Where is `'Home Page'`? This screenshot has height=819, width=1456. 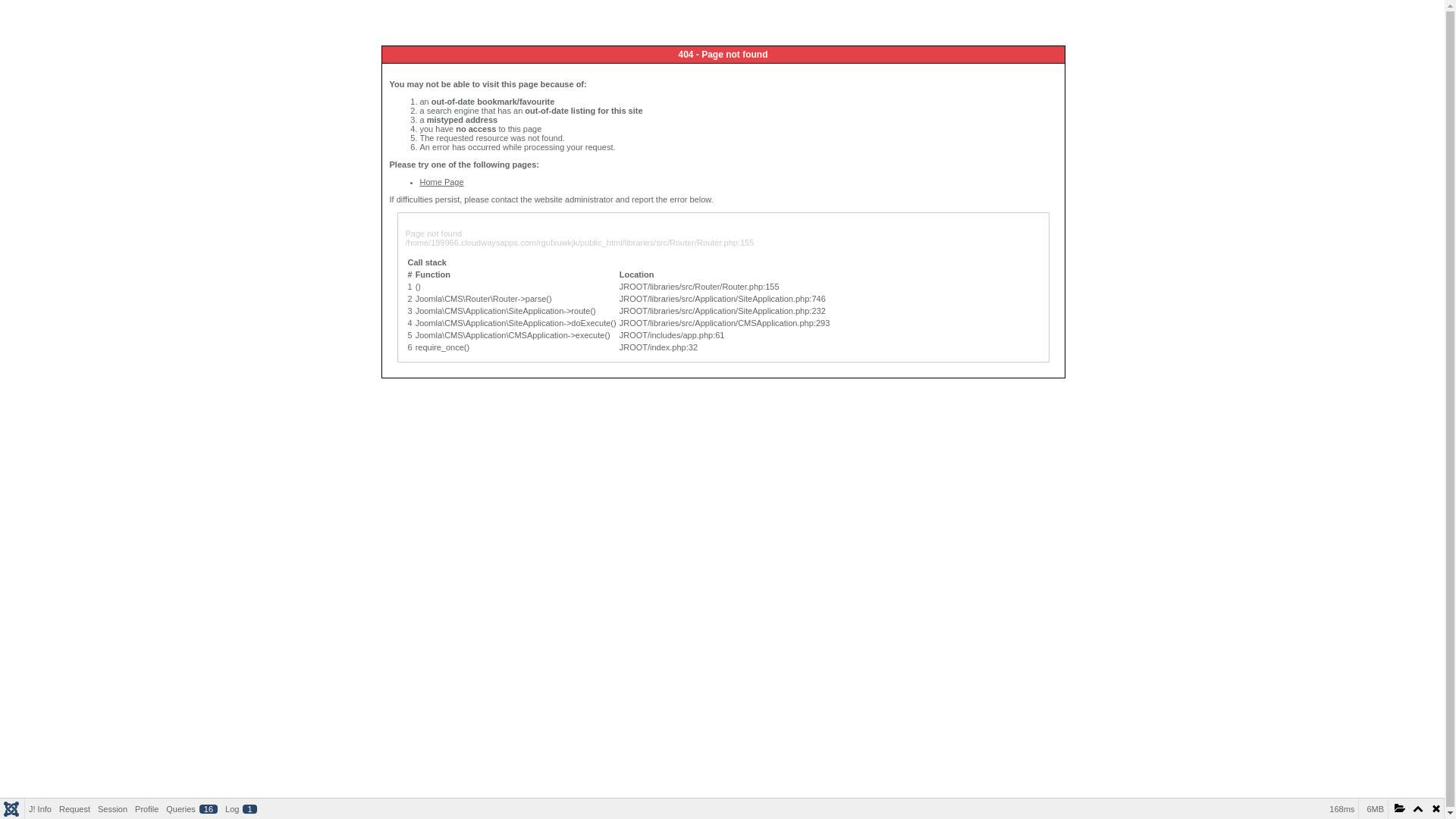 'Home Page' is located at coordinates (441, 180).